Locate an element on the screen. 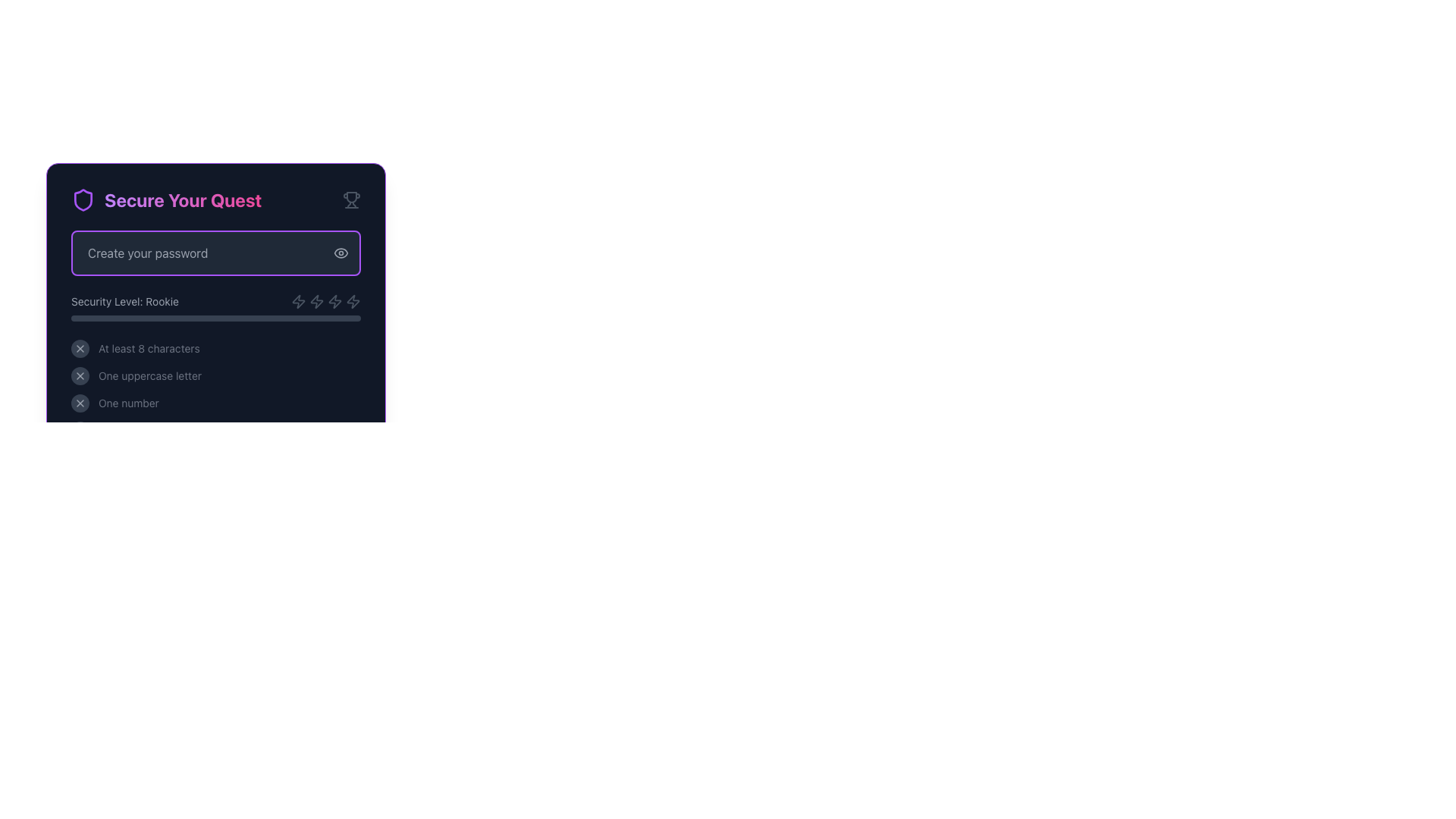 The image size is (1456, 819). the static text element 'Secure Your Quest' featuring a shield icon on the left and a trophy icon on the right, styled in a bold gradient font on a dark background is located at coordinates (215, 199).